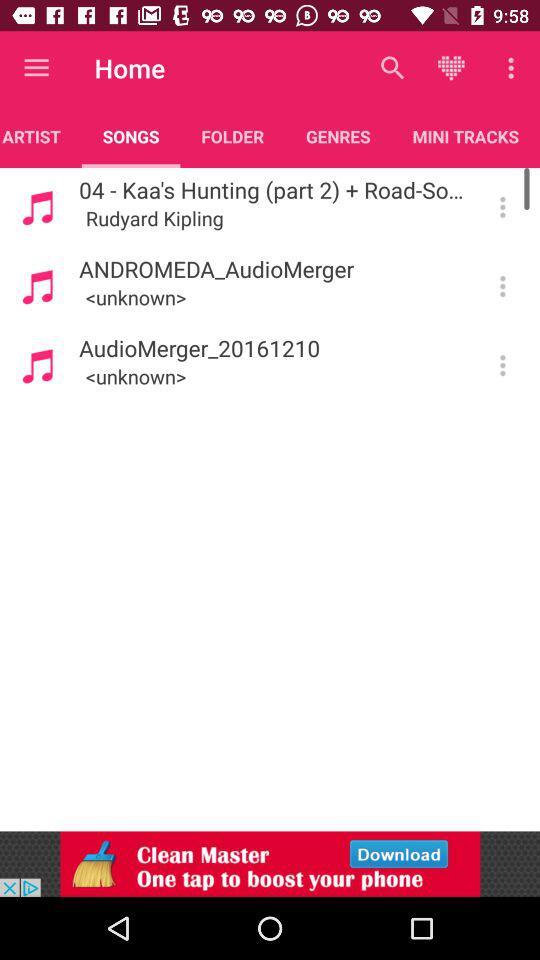 The width and height of the screenshot is (540, 960). What do you see at coordinates (270, 863) in the screenshot?
I see `hit clean master` at bounding box center [270, 863].